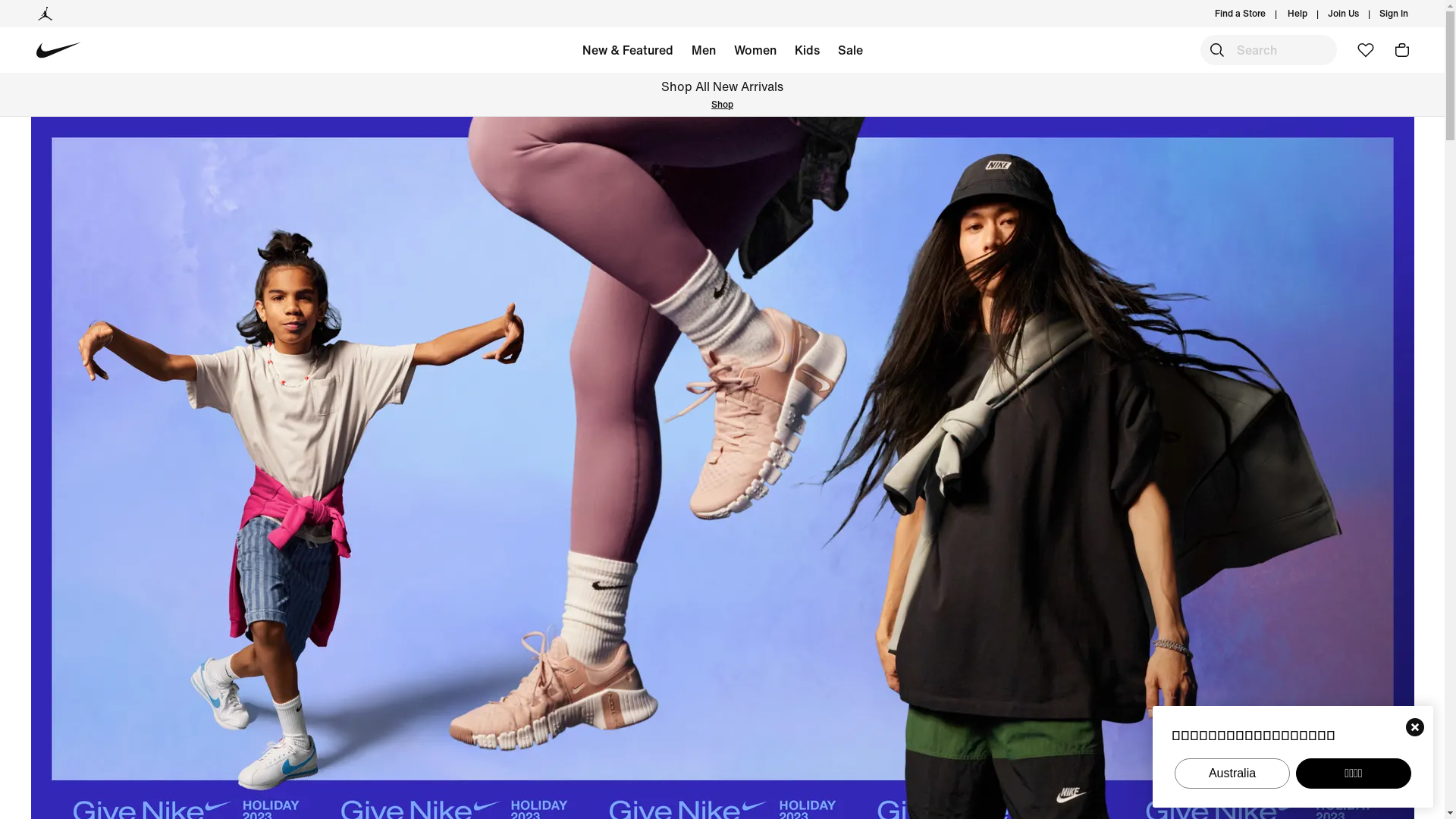 This screenshot has height=819, width=1456. I want to click on 'Women', so click(755, 52).